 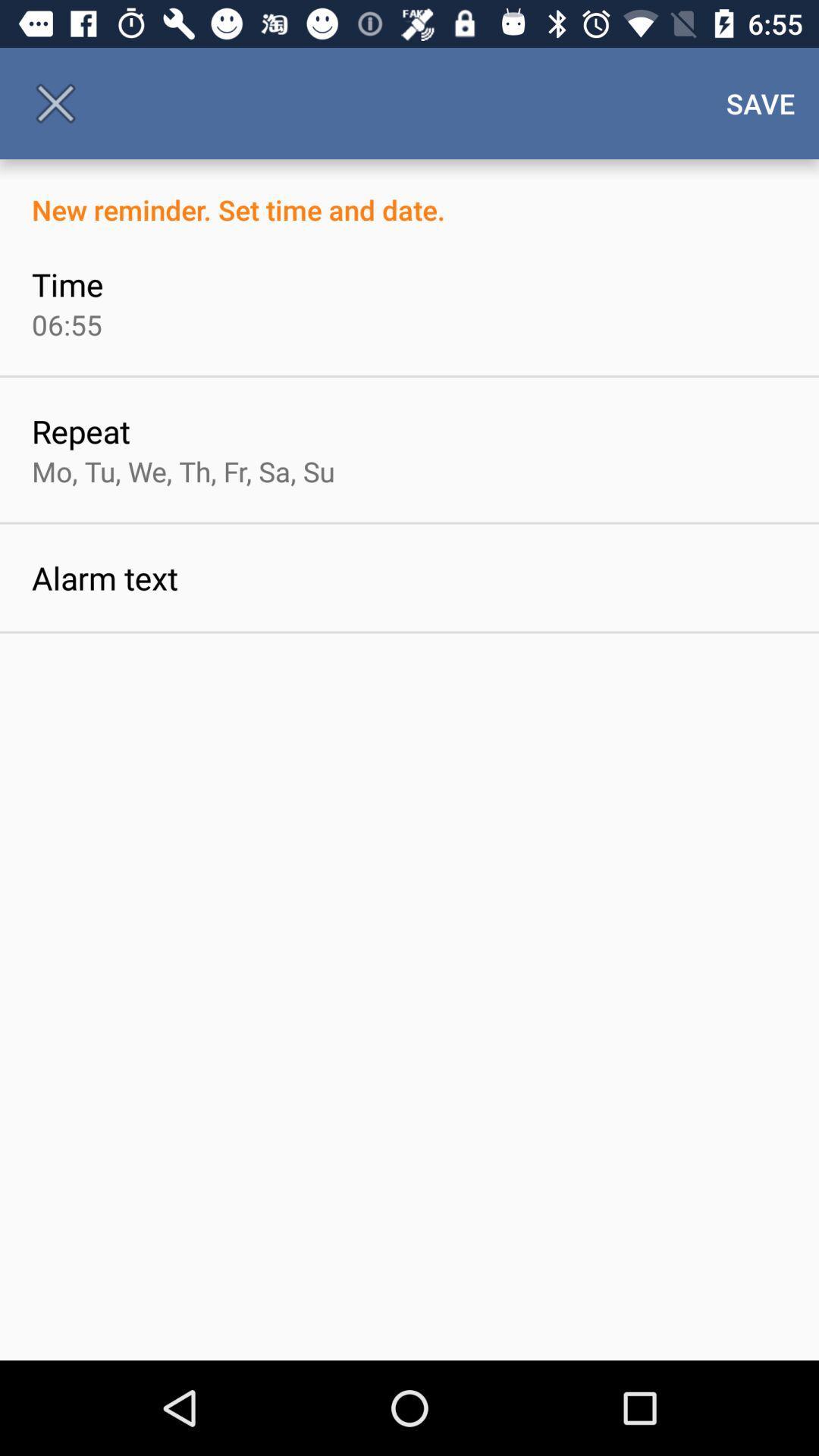 What do you see at coordinates (80, 430) in the screenshot?
I see `icon above mo tu we` at bounding box center [80, 430].